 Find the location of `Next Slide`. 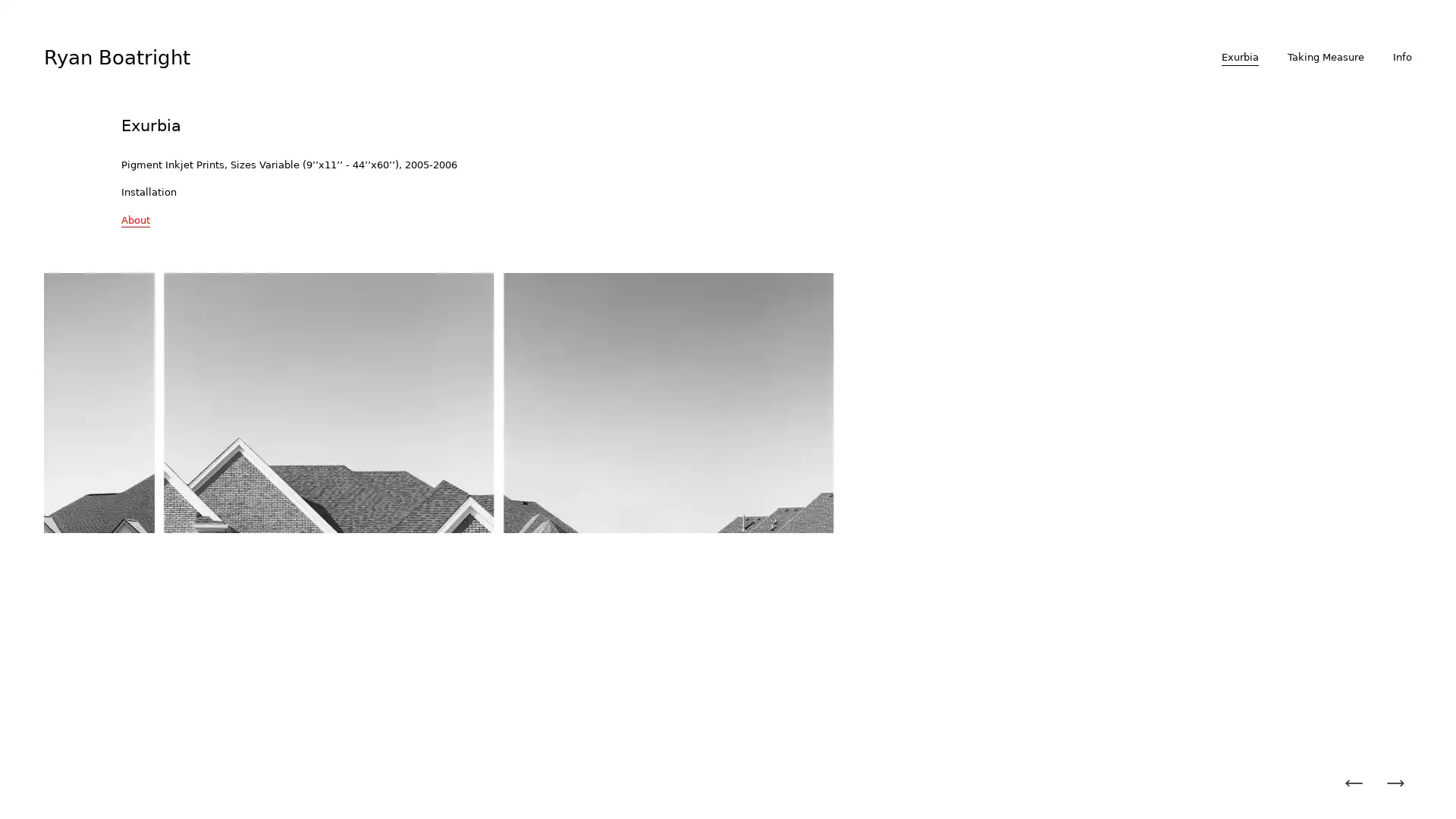

Next Slide is located at coordinates (1395, 783).